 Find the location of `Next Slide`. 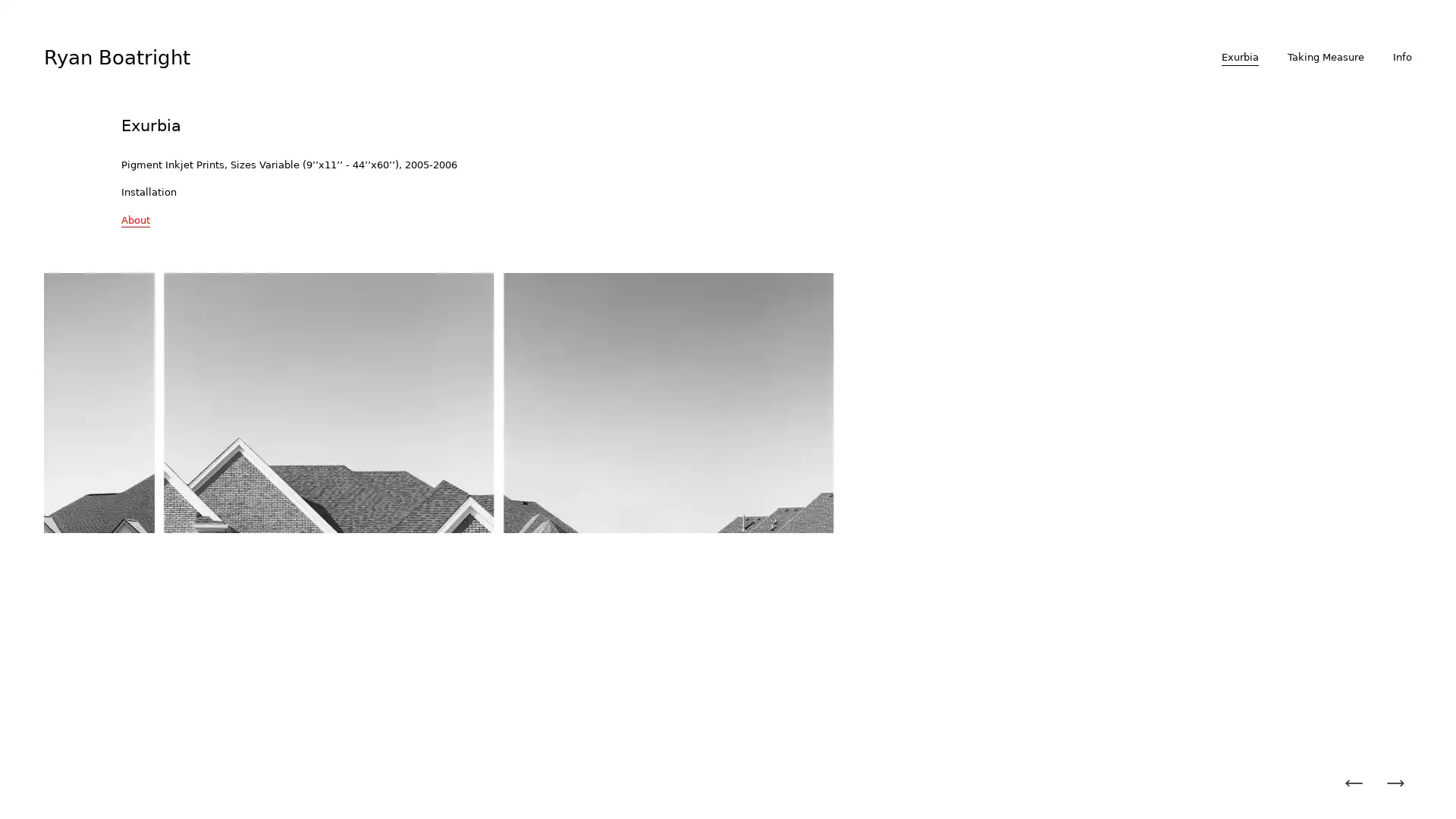

Next Slide is located at coordinates (1395, 783).